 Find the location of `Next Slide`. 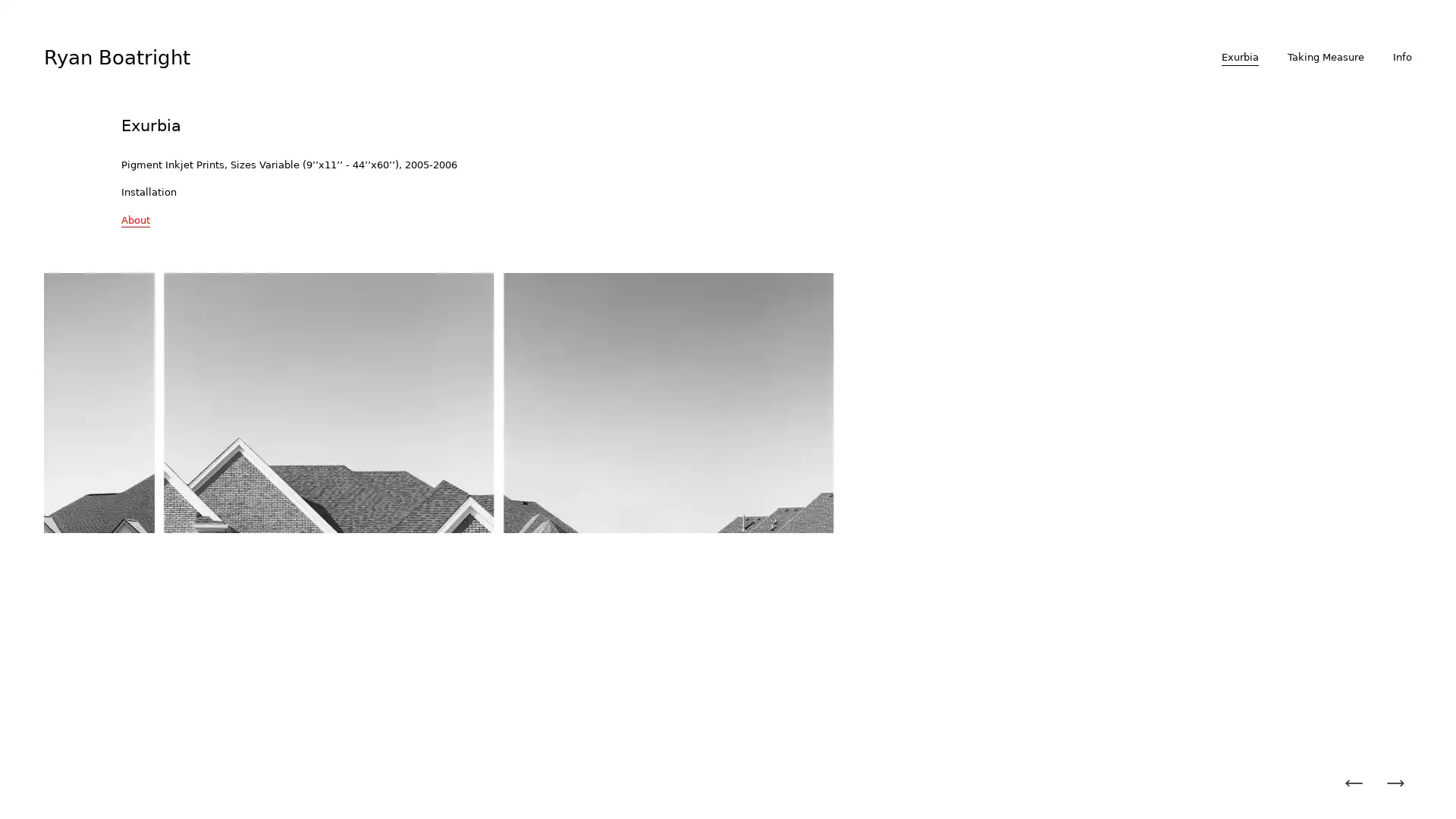

Next Slide is located at coordinates (1395, 783).